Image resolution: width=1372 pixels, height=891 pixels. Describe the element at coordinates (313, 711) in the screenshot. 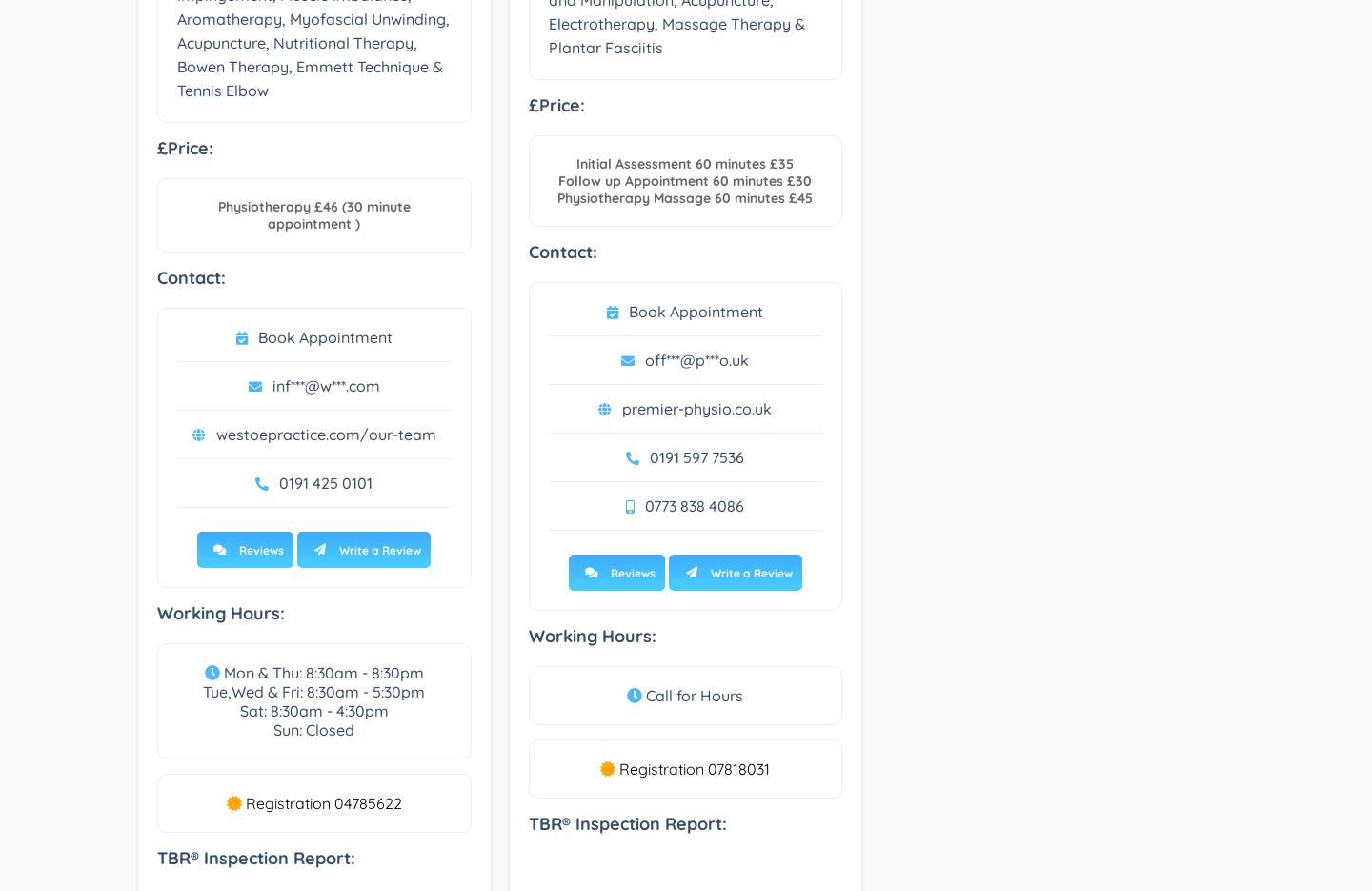

I see `'Sat: 8:30am - 4:30pm'` at that location.